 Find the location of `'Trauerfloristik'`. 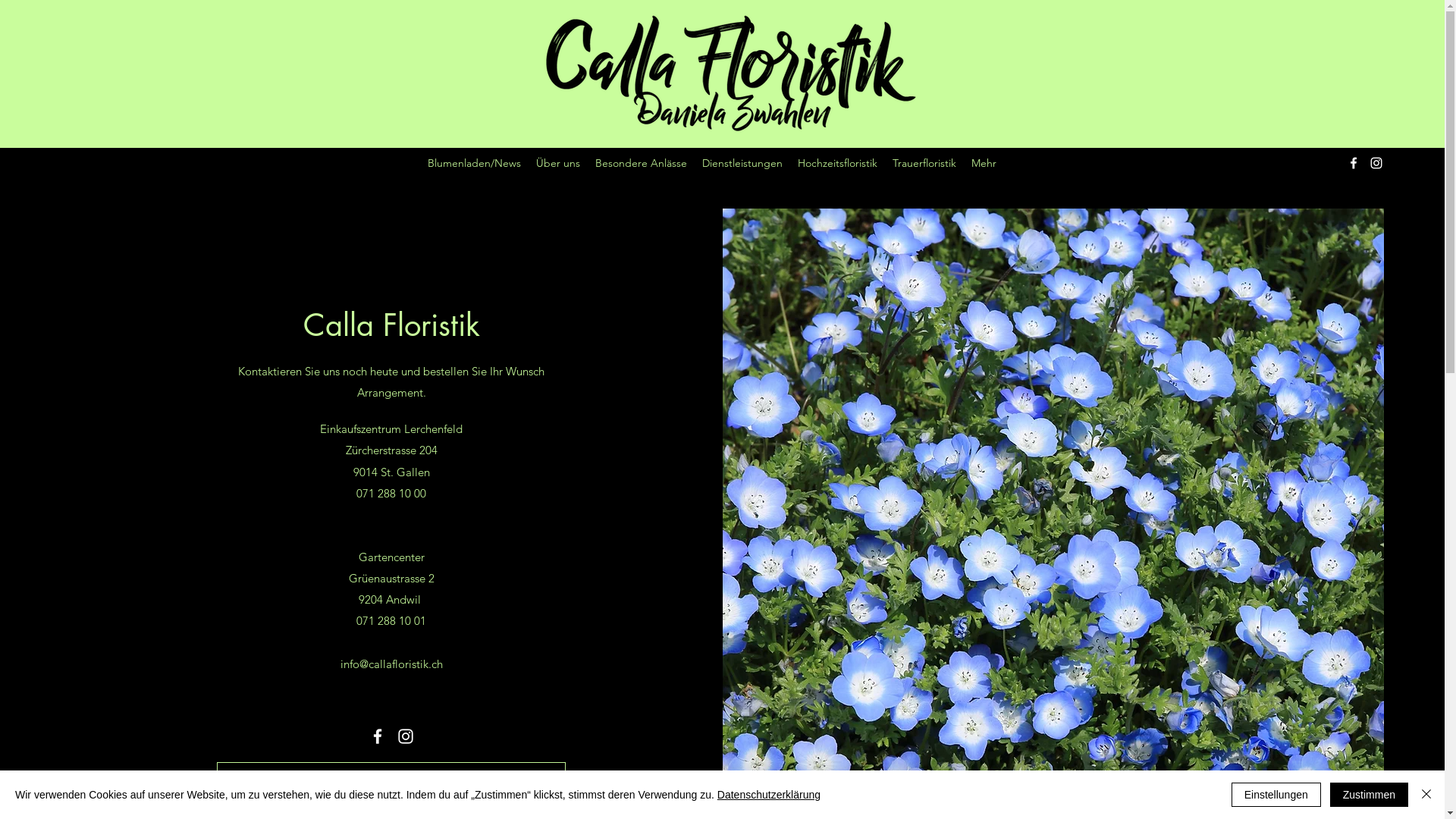

'Trauerfloristik' is located at coordinates (924, 163).